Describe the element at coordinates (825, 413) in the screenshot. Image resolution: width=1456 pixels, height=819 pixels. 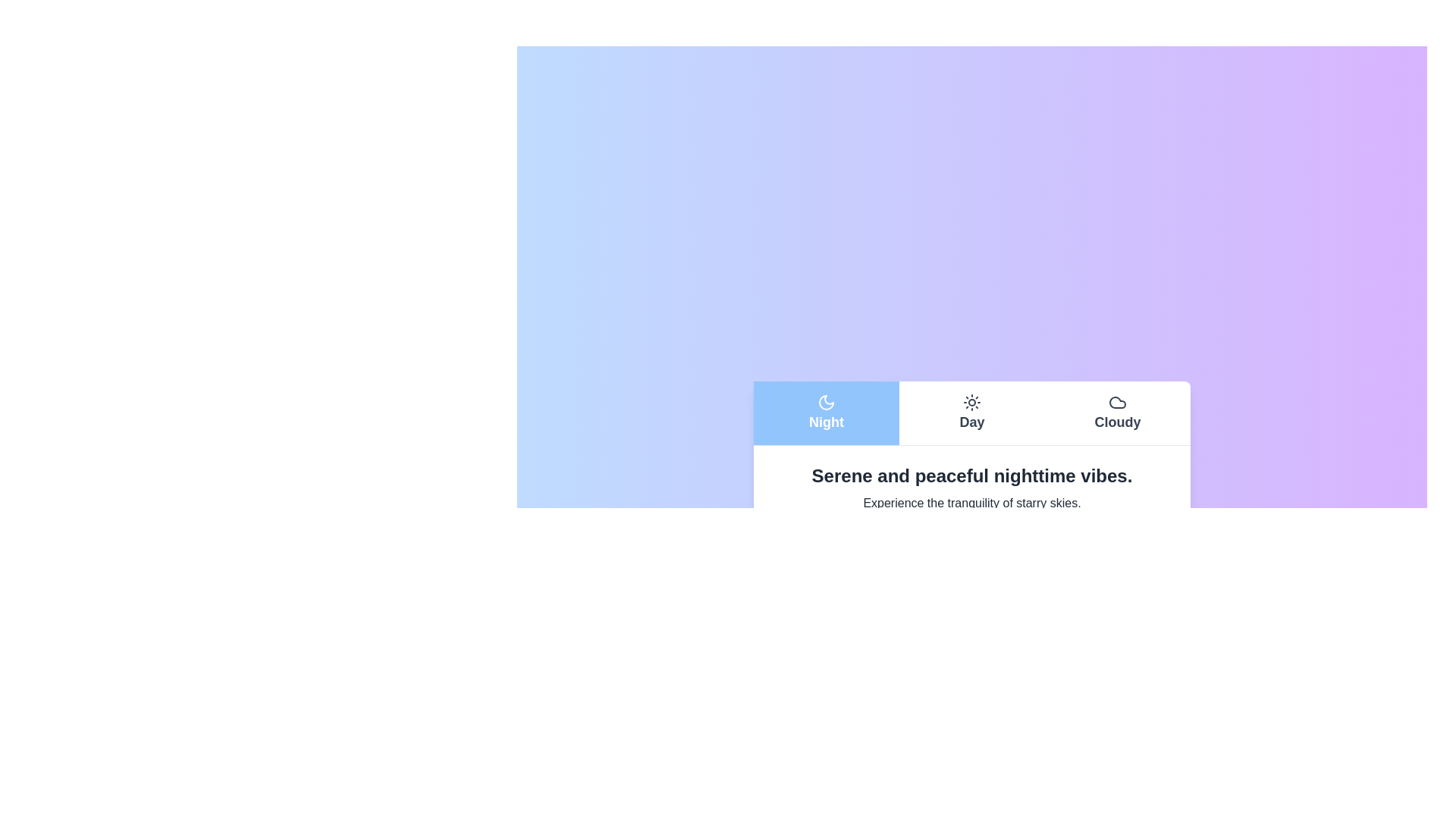
I see `the Night tab to observe its hover effect` at that location.